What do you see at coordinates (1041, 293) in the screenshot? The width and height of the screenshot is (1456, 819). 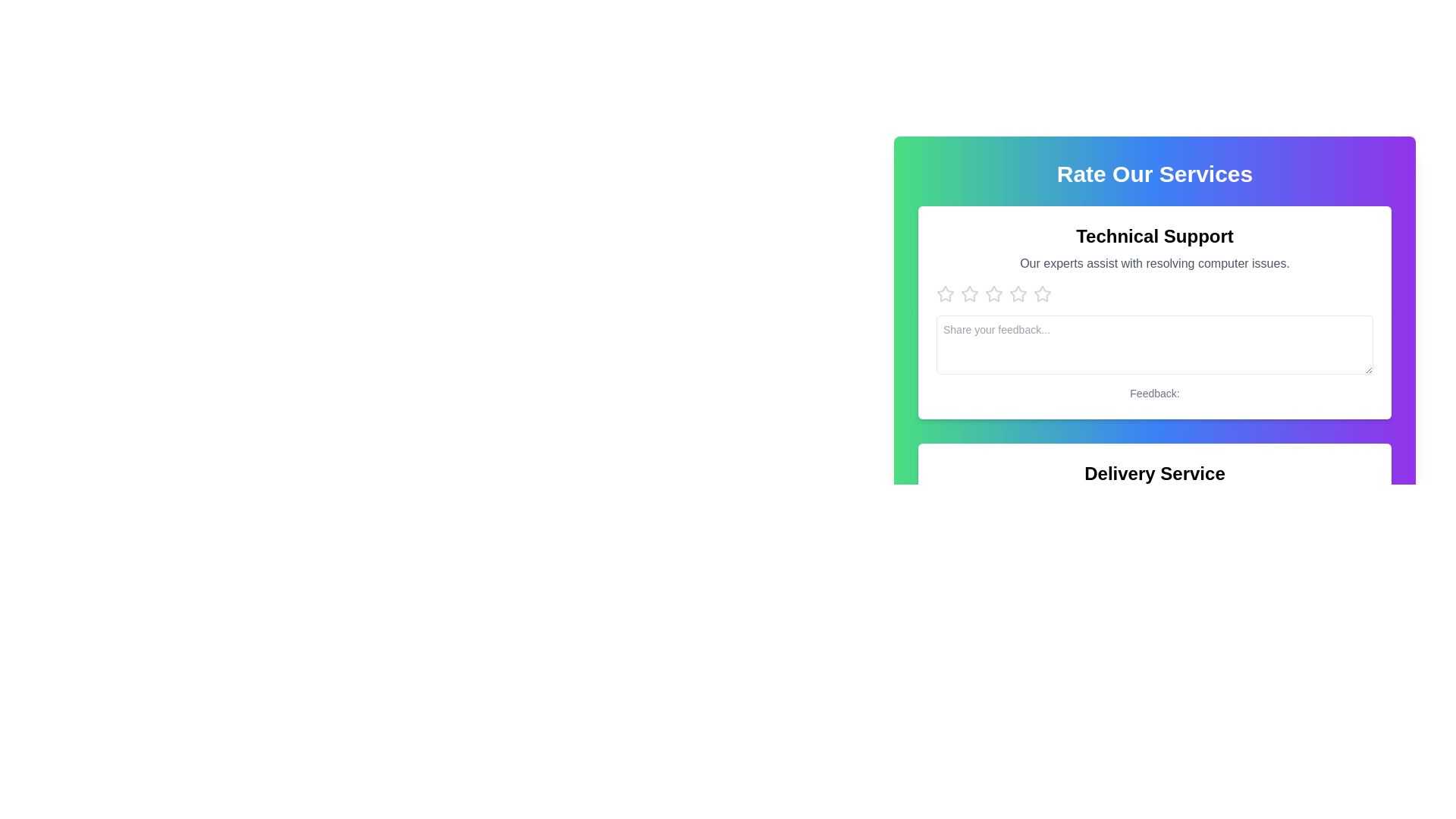 I see `the fourth star icon in the star rating control located in the 'Rate Our Services' section` at bounding box center [1041, 293].